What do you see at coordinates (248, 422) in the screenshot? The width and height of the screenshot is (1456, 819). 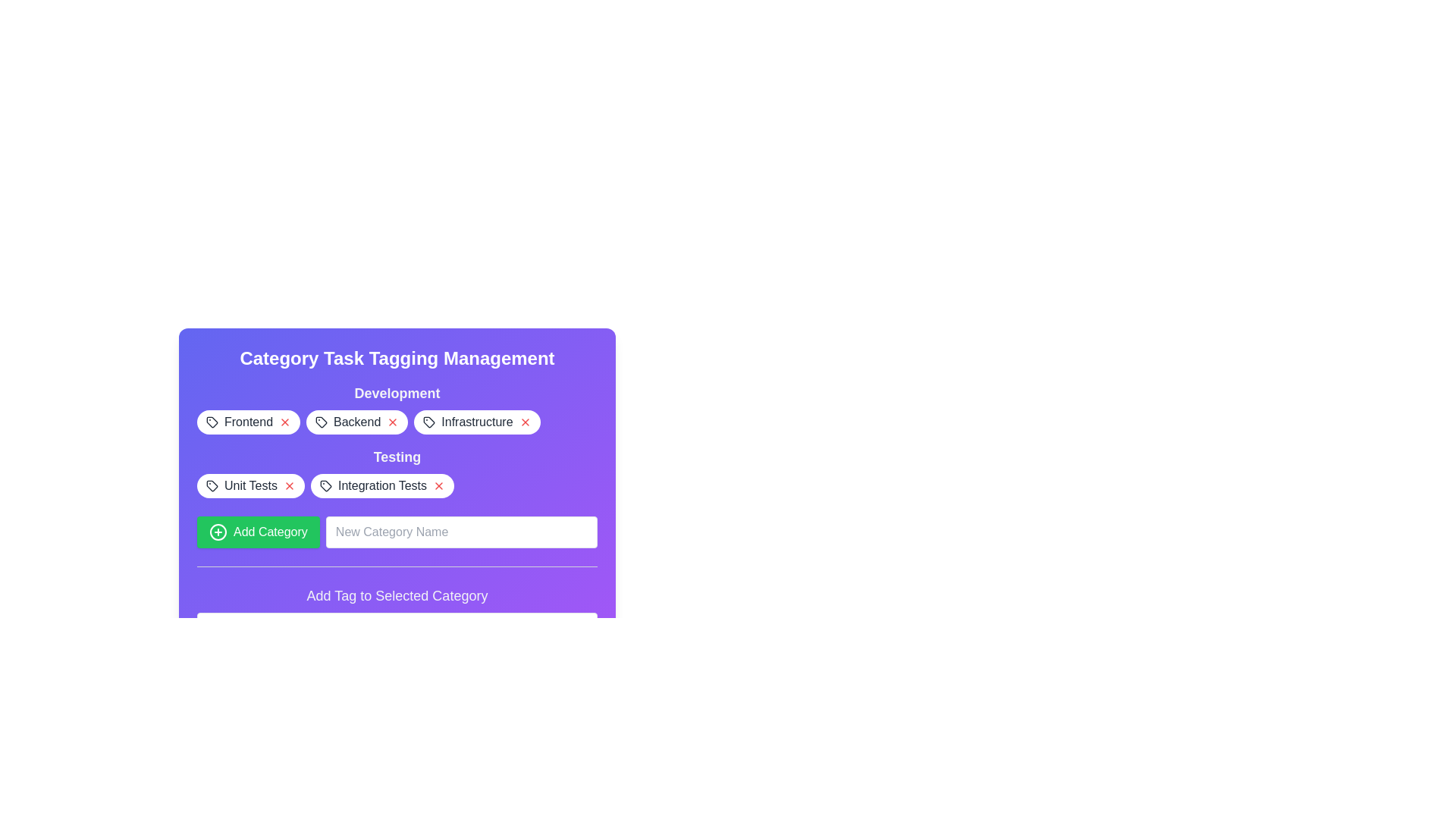 I see `the red cross icon on the 'Frontend' tag` at bounding box center [248, 422].